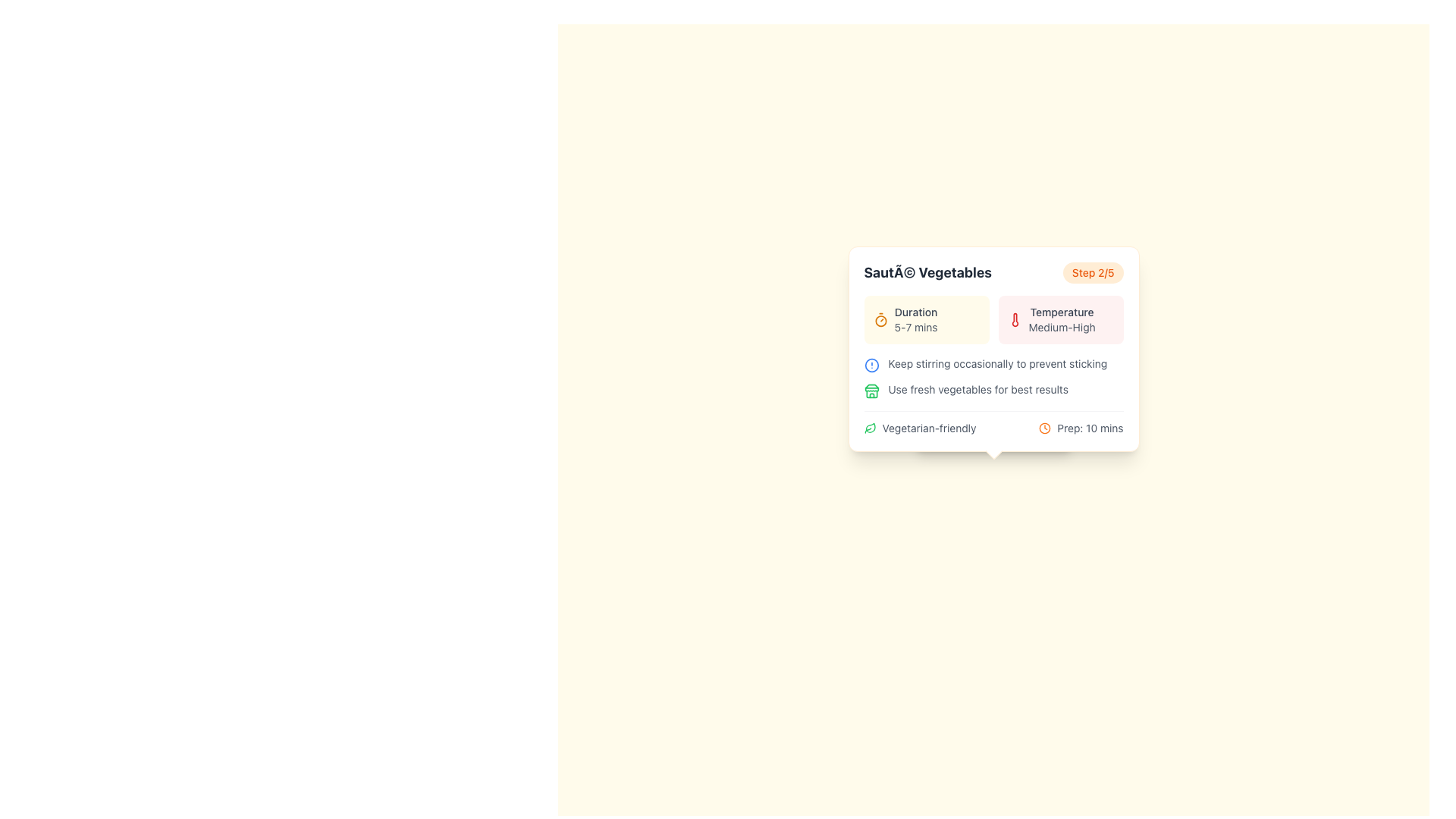 Image resolution: width=1456 pixels, height=819 pixels. Describe the element at coordinates (915, 327) in the screenshot. I see `the text label displaying '5-7 mins', which is styled in smaller gray font and located beneath the 'Duration' label within a card-like component` at that location.